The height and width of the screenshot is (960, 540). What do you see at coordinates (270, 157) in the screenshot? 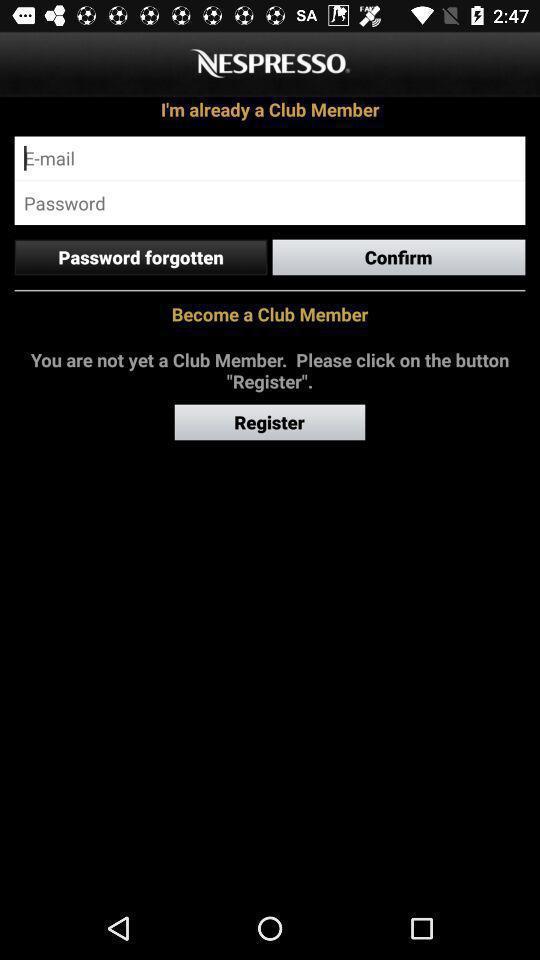
I see `login email` at bounding box center [270, 157].